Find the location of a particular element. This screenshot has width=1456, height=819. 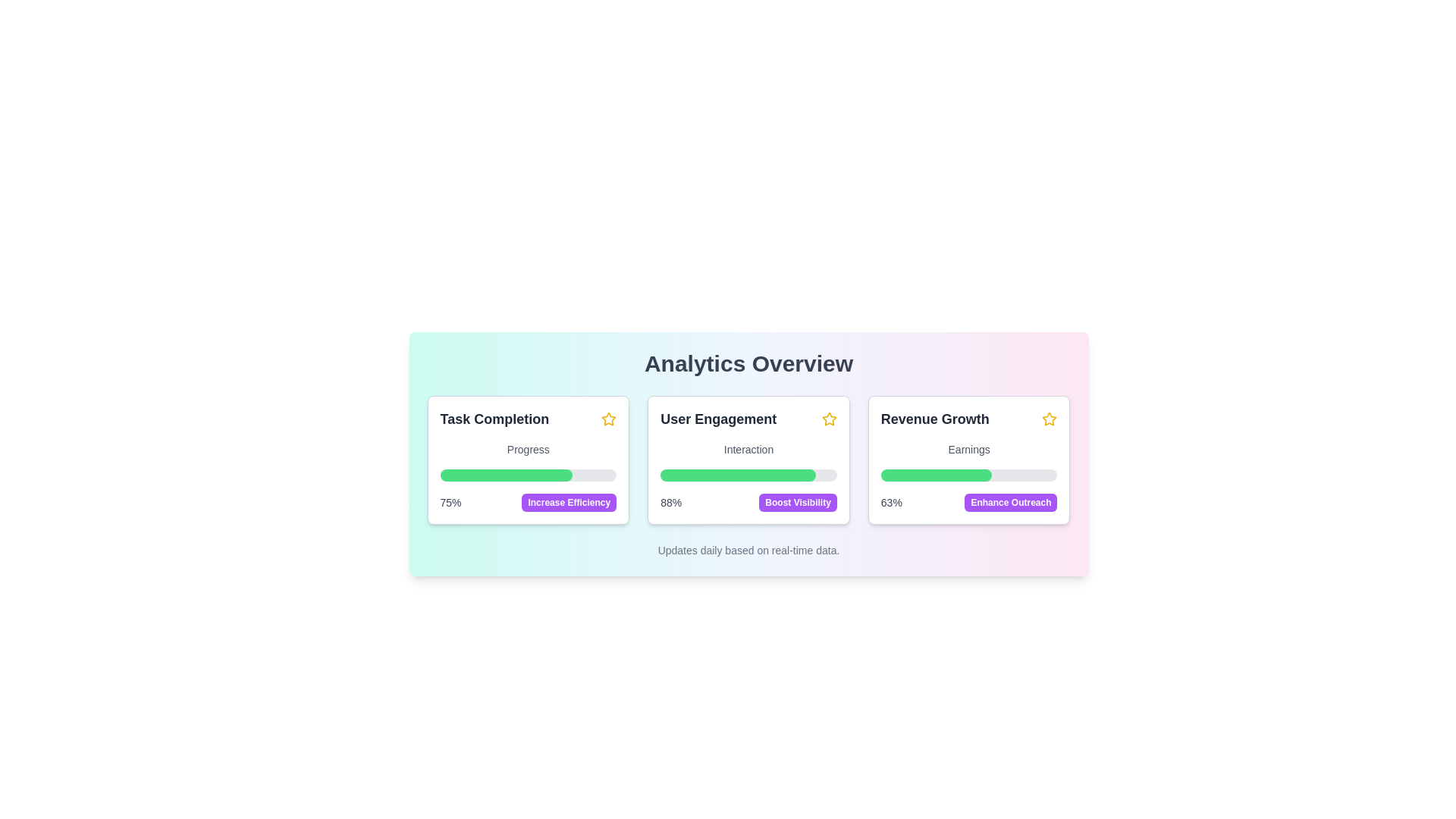

the progress bar in the 'Revenue Growth' card, which is filled to approximately 63% and has a smooth green fill with rounded ends is located at coordinates (936, 475).